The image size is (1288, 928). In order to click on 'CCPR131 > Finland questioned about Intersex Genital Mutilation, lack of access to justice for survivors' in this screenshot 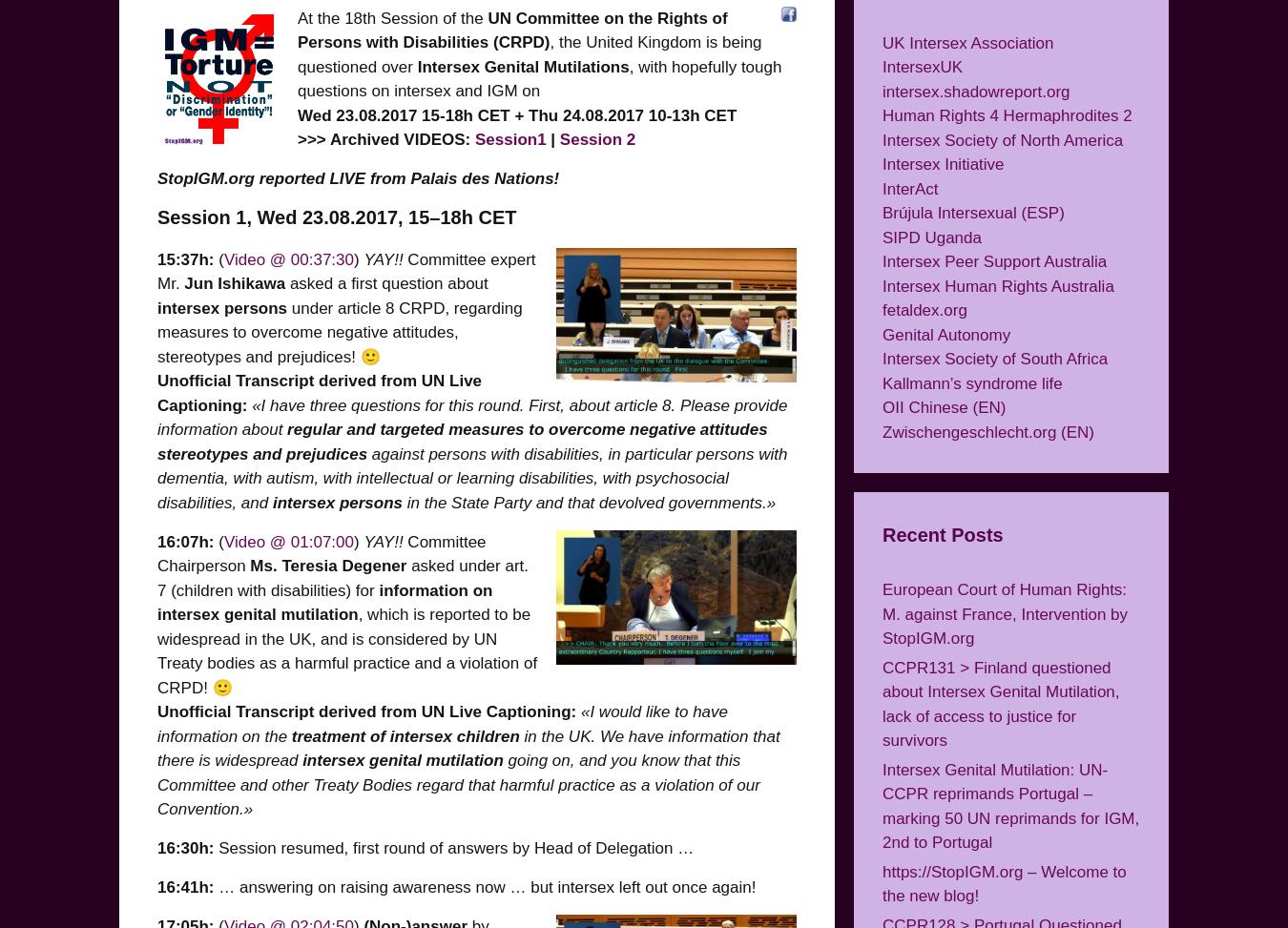, I will do `click(1000, 704)`.